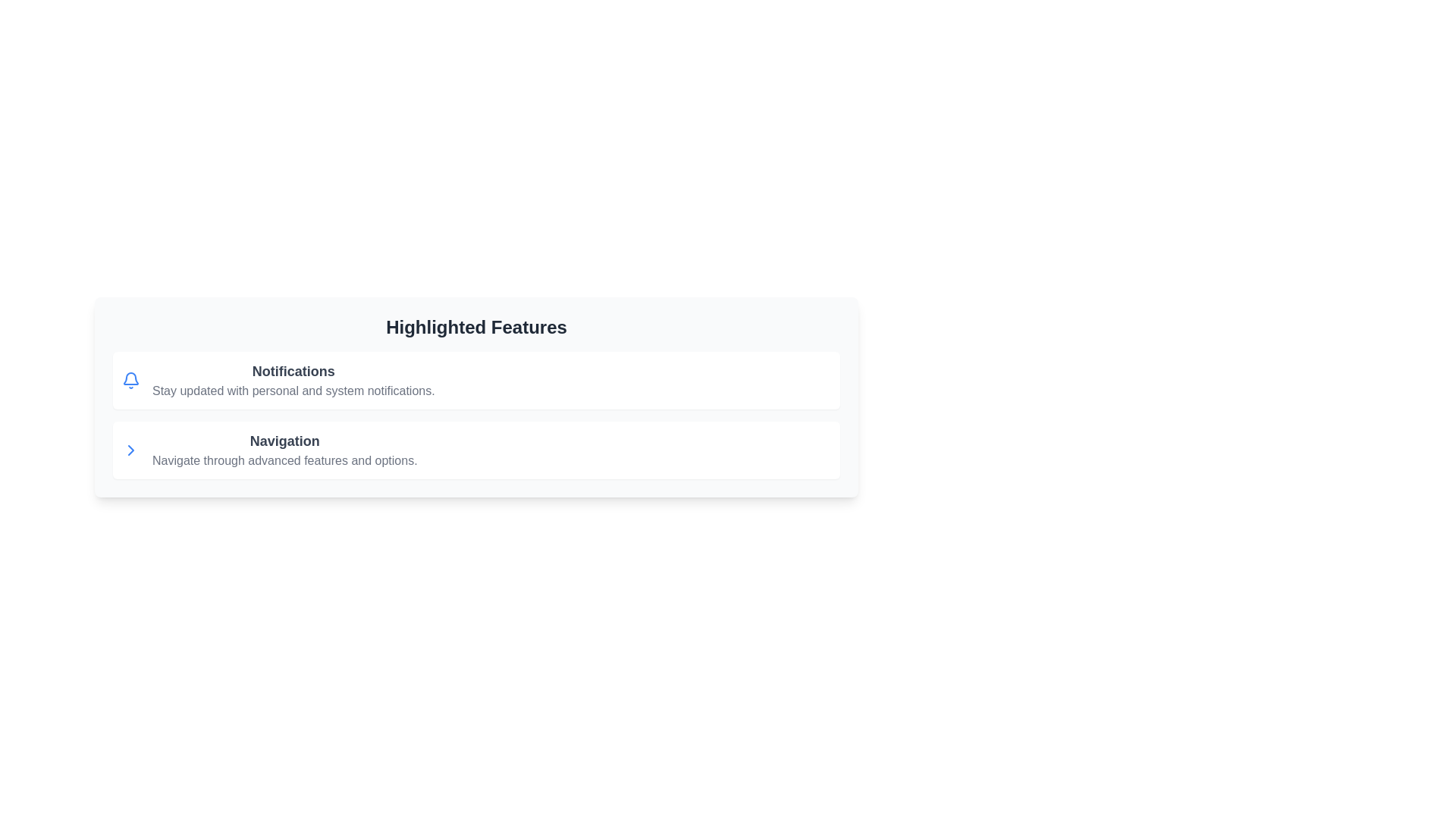  I want to click on the blue bell icon representing notifications, located to the left of the text 'NotificationsStay updated with personal and system notifications.', so click(130, 379).